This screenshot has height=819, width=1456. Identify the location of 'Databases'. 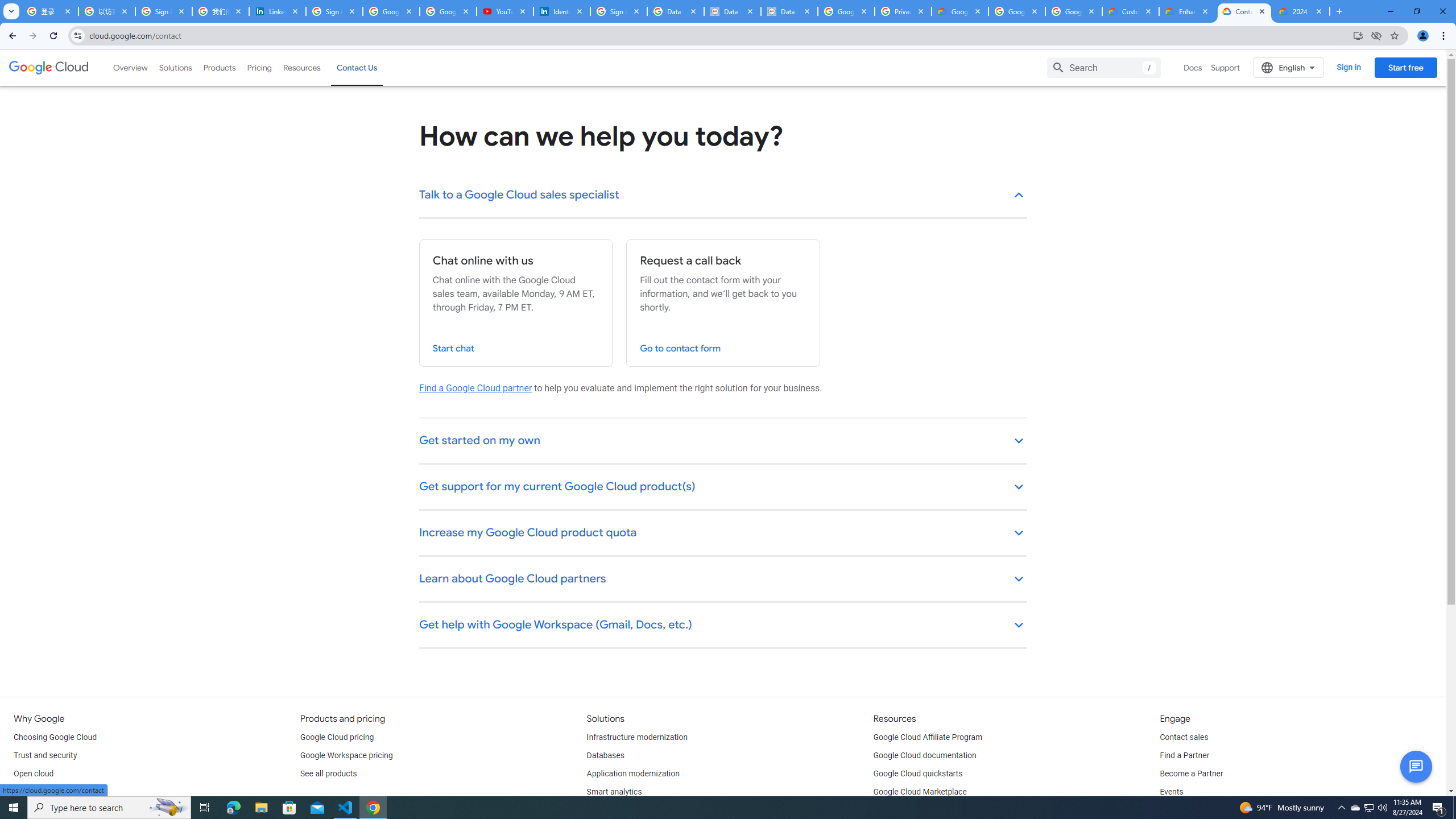
(605, 755).